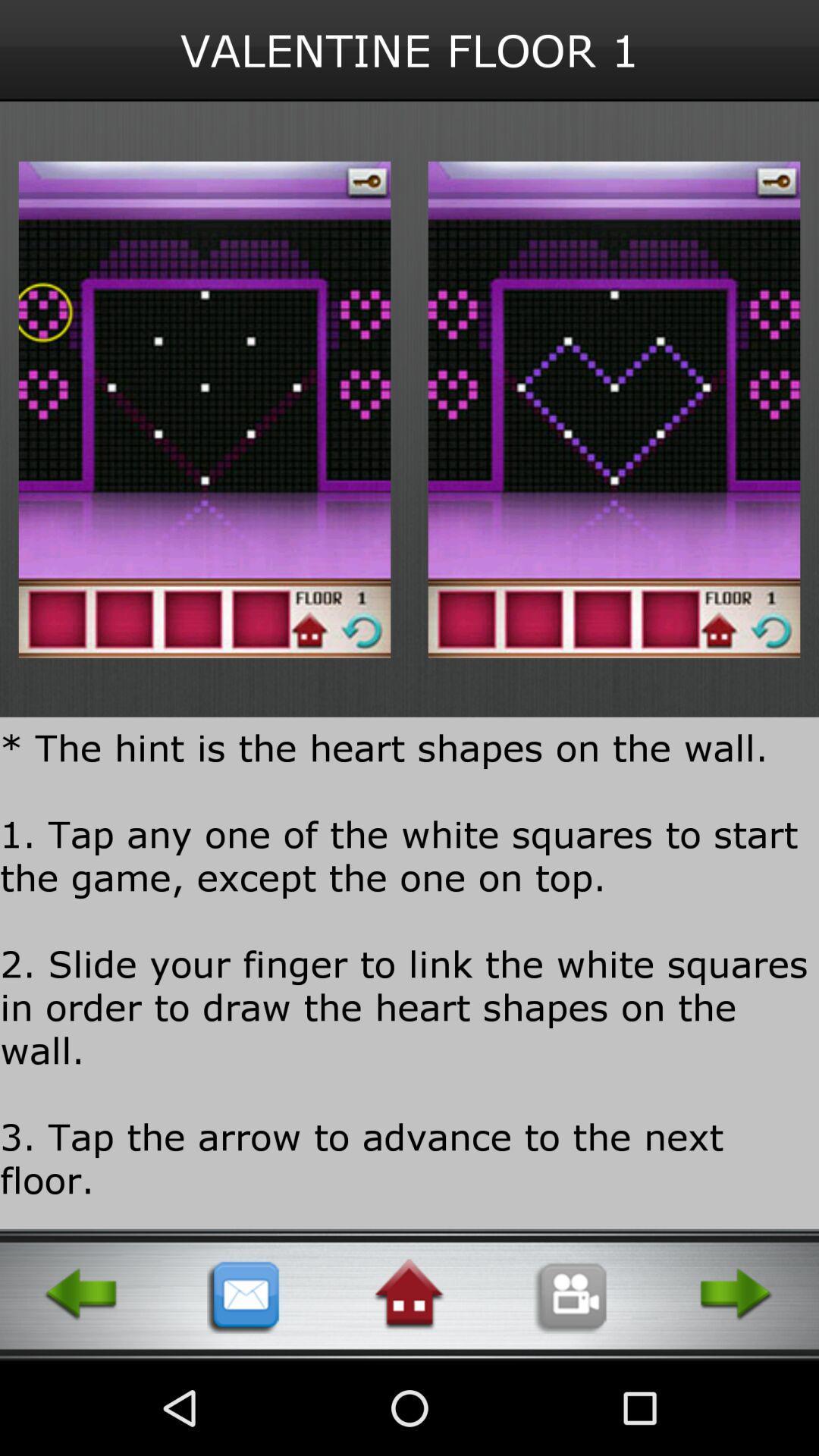  I want to click on home menu, so click(408, 1294).